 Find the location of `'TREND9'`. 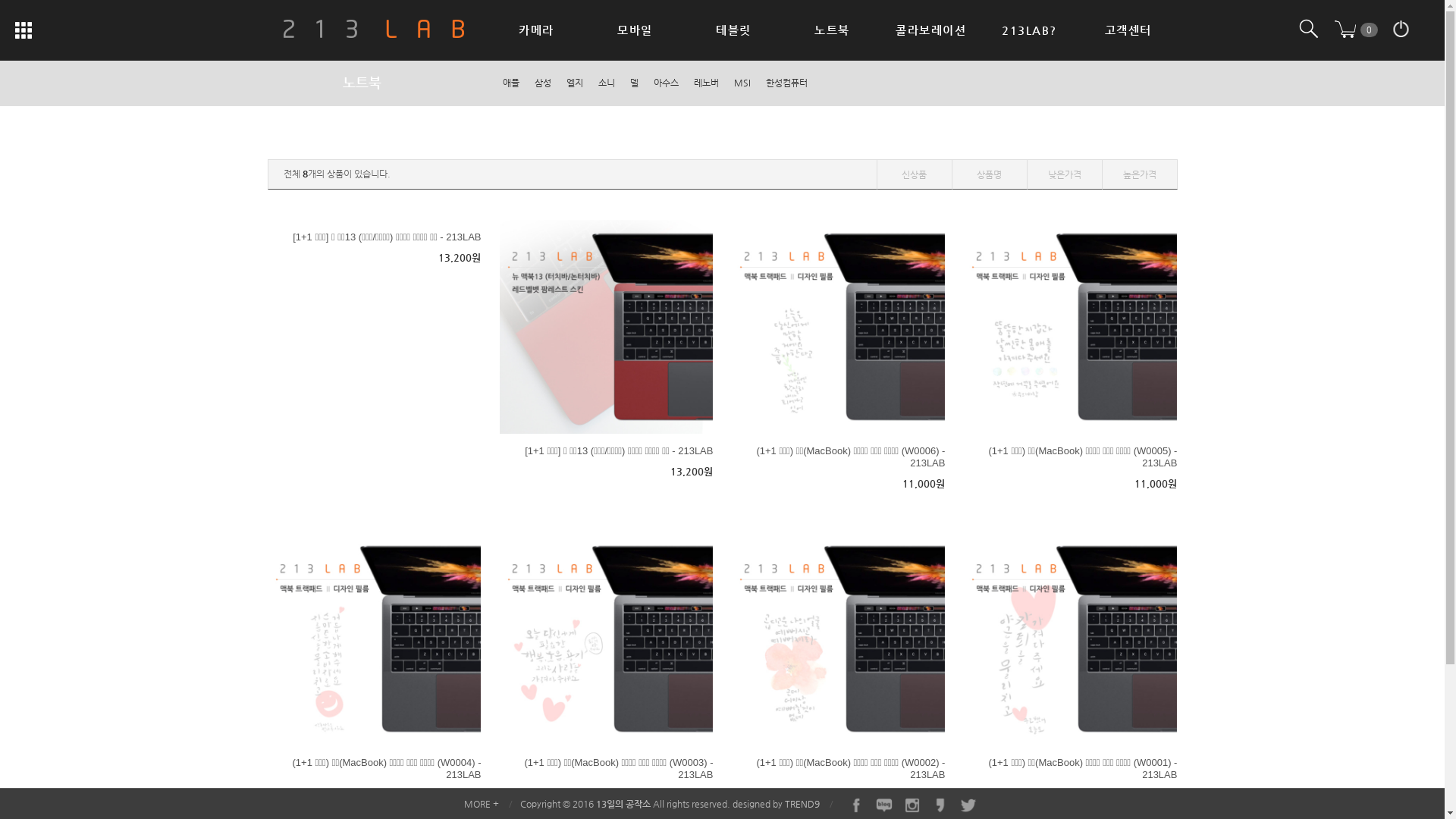

'TREND9' is located at coordinates (800, 803).